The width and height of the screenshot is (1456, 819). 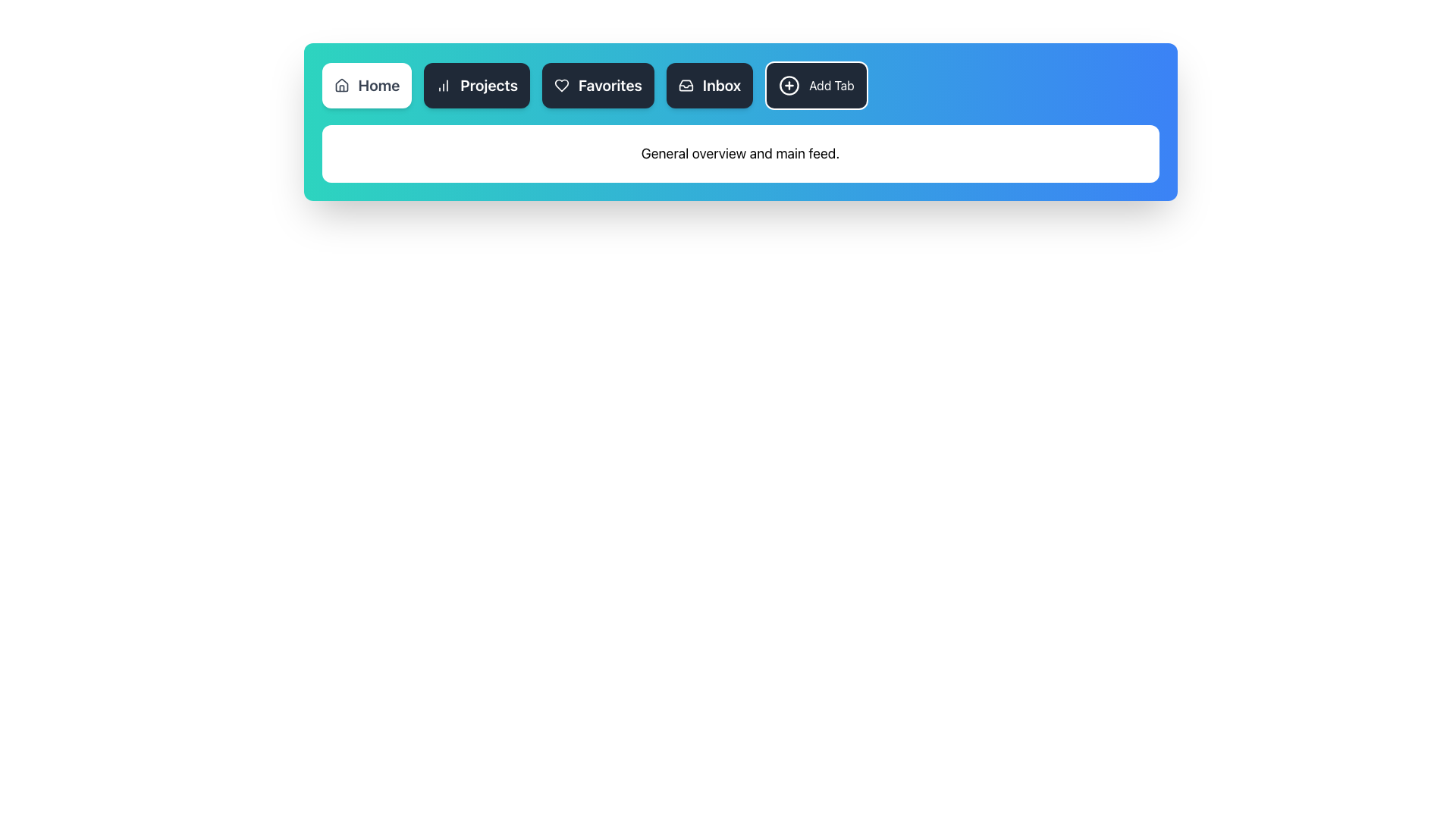 What do you see at coordinates (685, 85) in the screenshot?
I see `the SVG icon shaped like a rectangular inbox tray, which is part of the 'Inbox' button located between the 'Favorites' and 'Add Tab' buttons` at bounding box center [685, 85].